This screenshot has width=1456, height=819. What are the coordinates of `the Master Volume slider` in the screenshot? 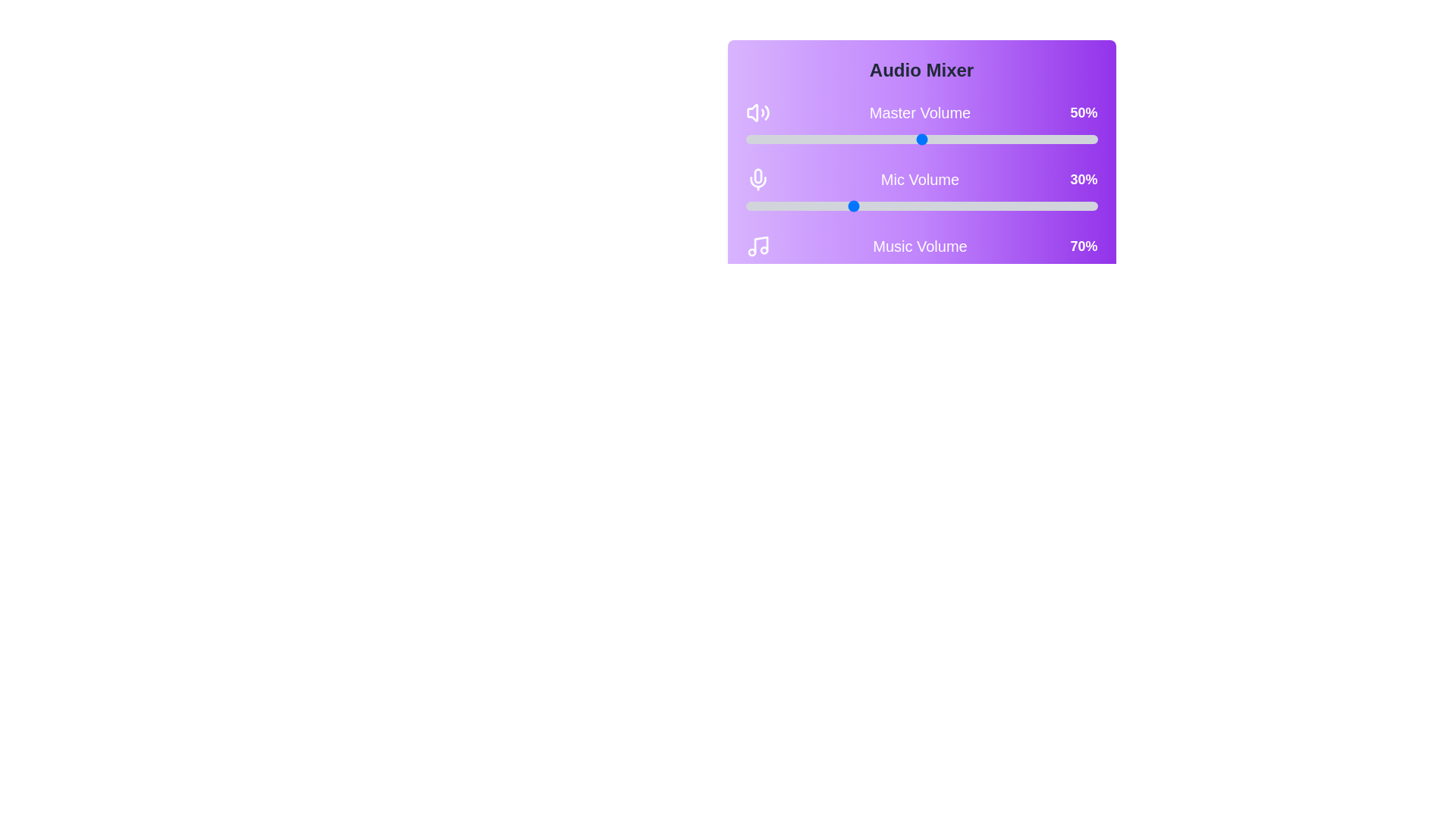 It's located at (861, 140).